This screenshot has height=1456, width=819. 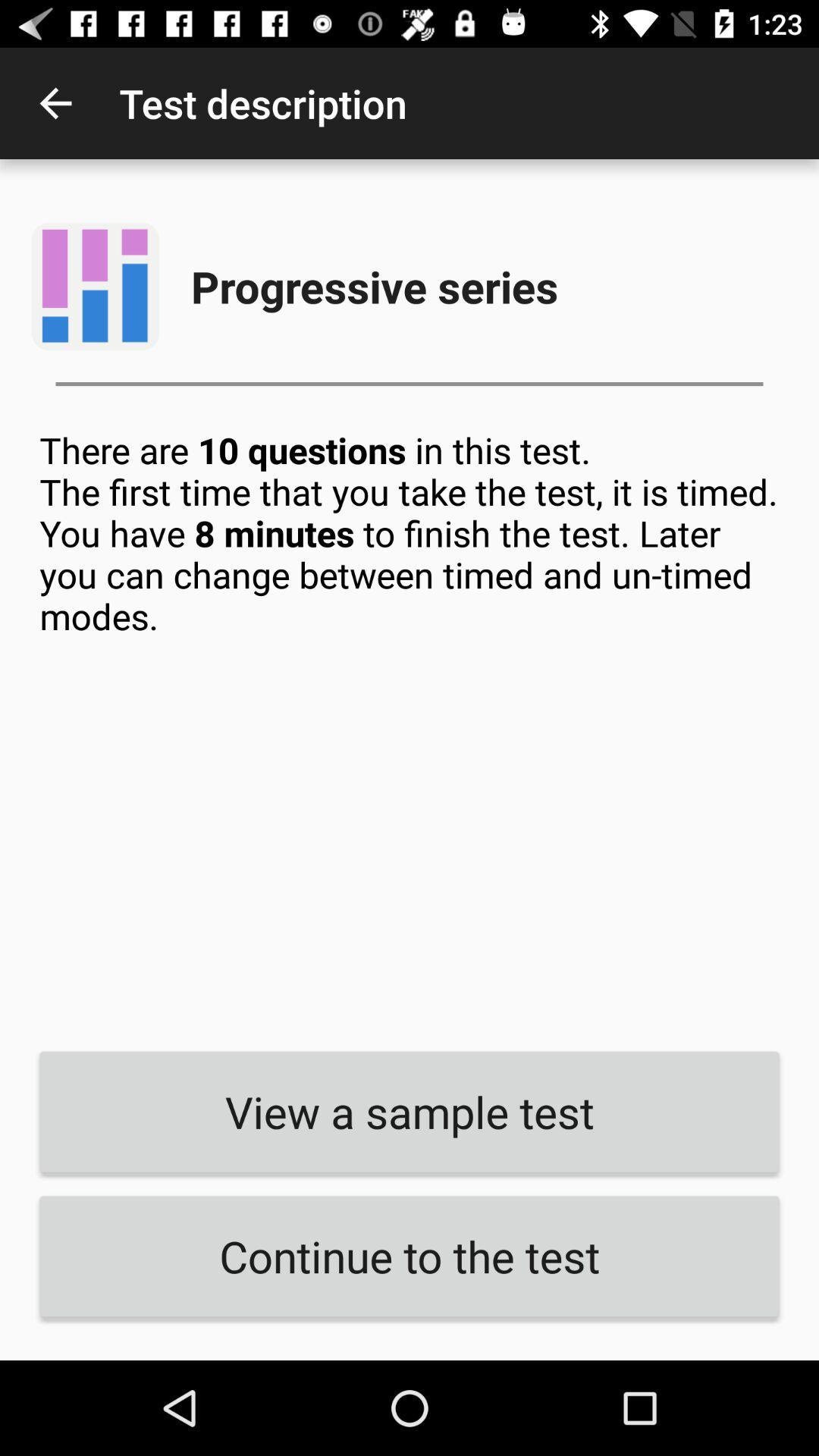 What do you see at coordinates (409, 729) in the screenshot?
I see `the there are 10` at bounding box center [409, 729].